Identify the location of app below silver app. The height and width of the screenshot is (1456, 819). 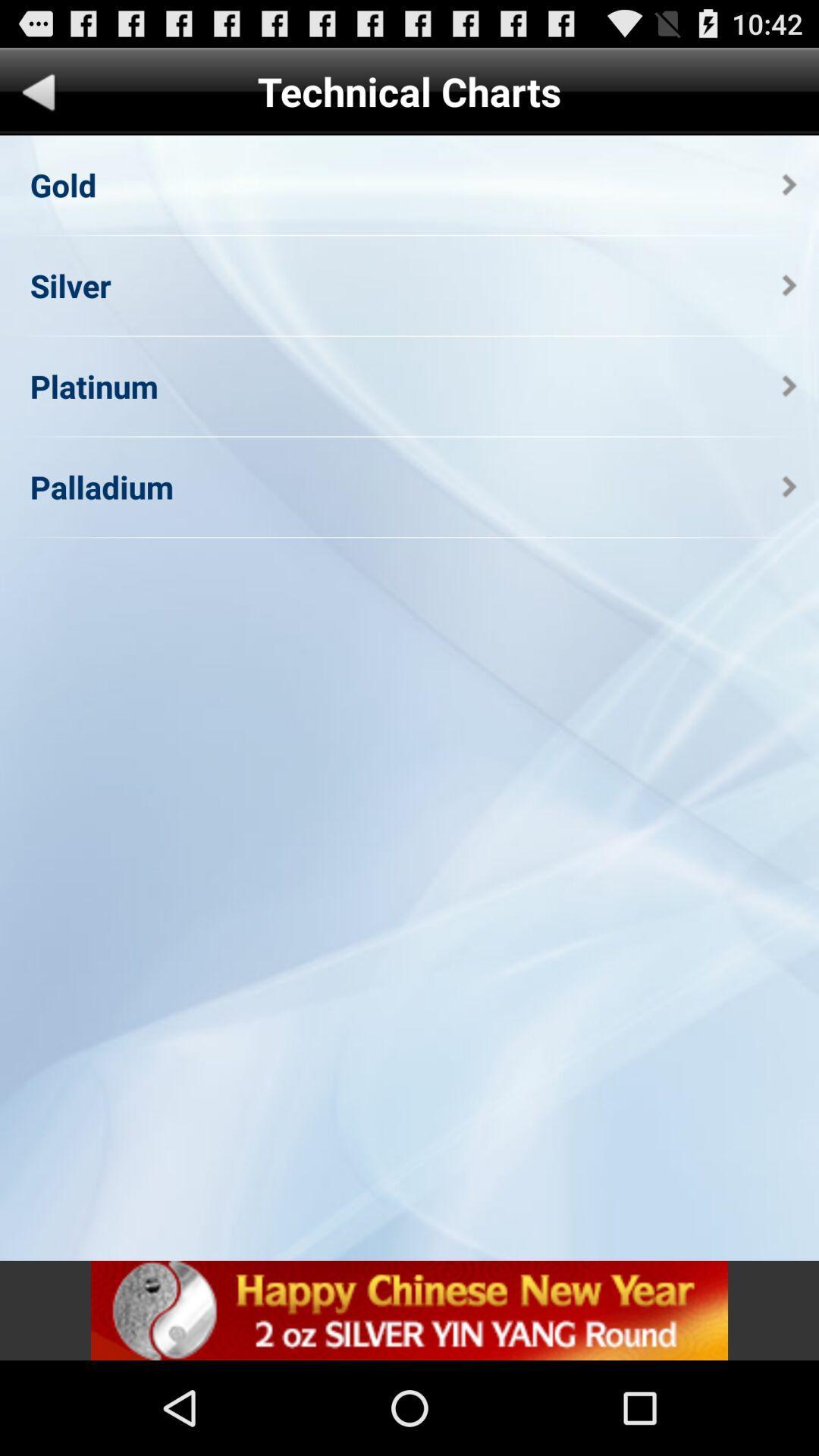
(94, 386).